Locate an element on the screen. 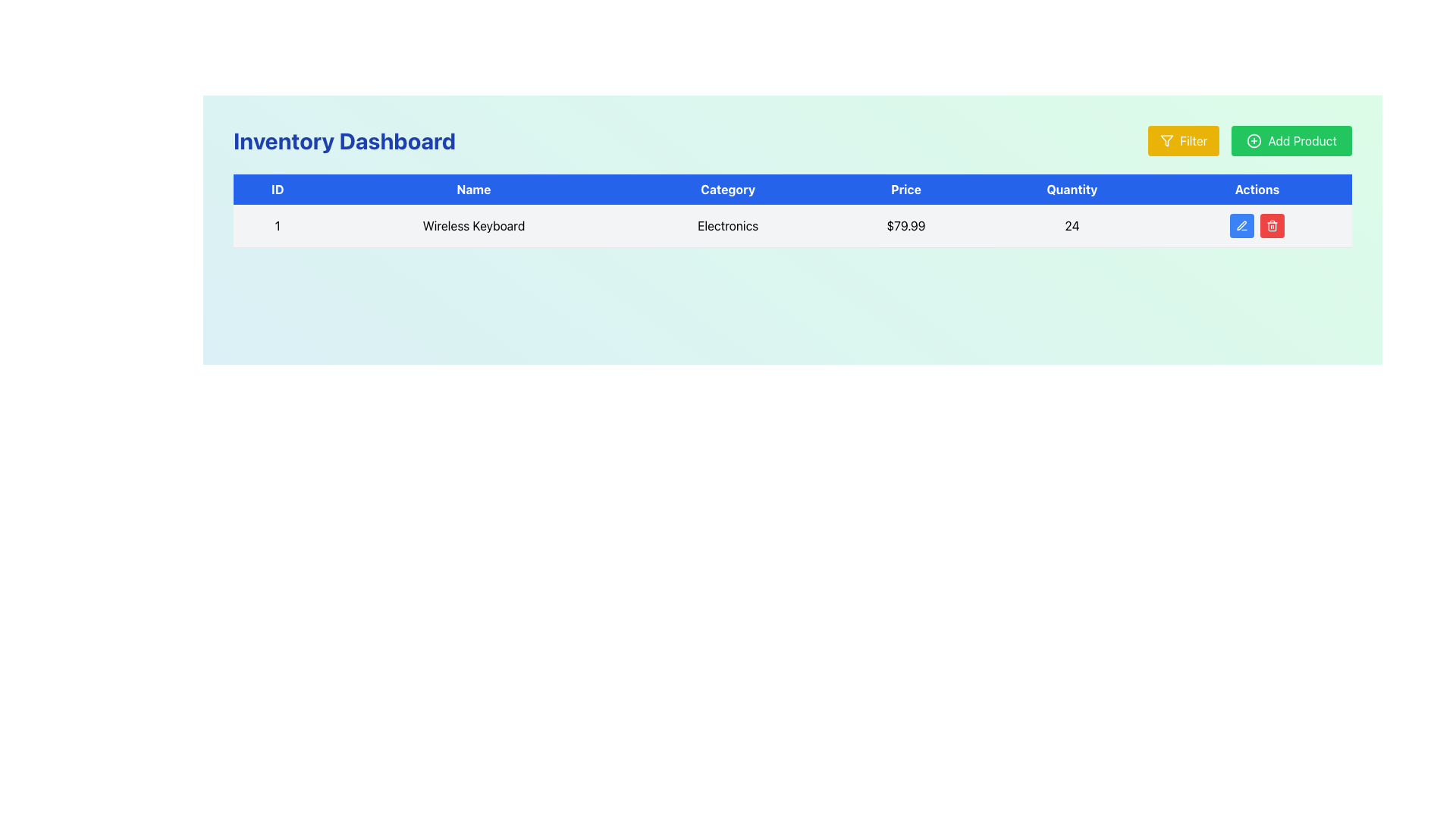 This screenshot has height=819, width=1456. the 'Filter' button by navigating to the funnel-shaped icon located to the left of the text 'Filter' is located at coordinates (1166, 140).